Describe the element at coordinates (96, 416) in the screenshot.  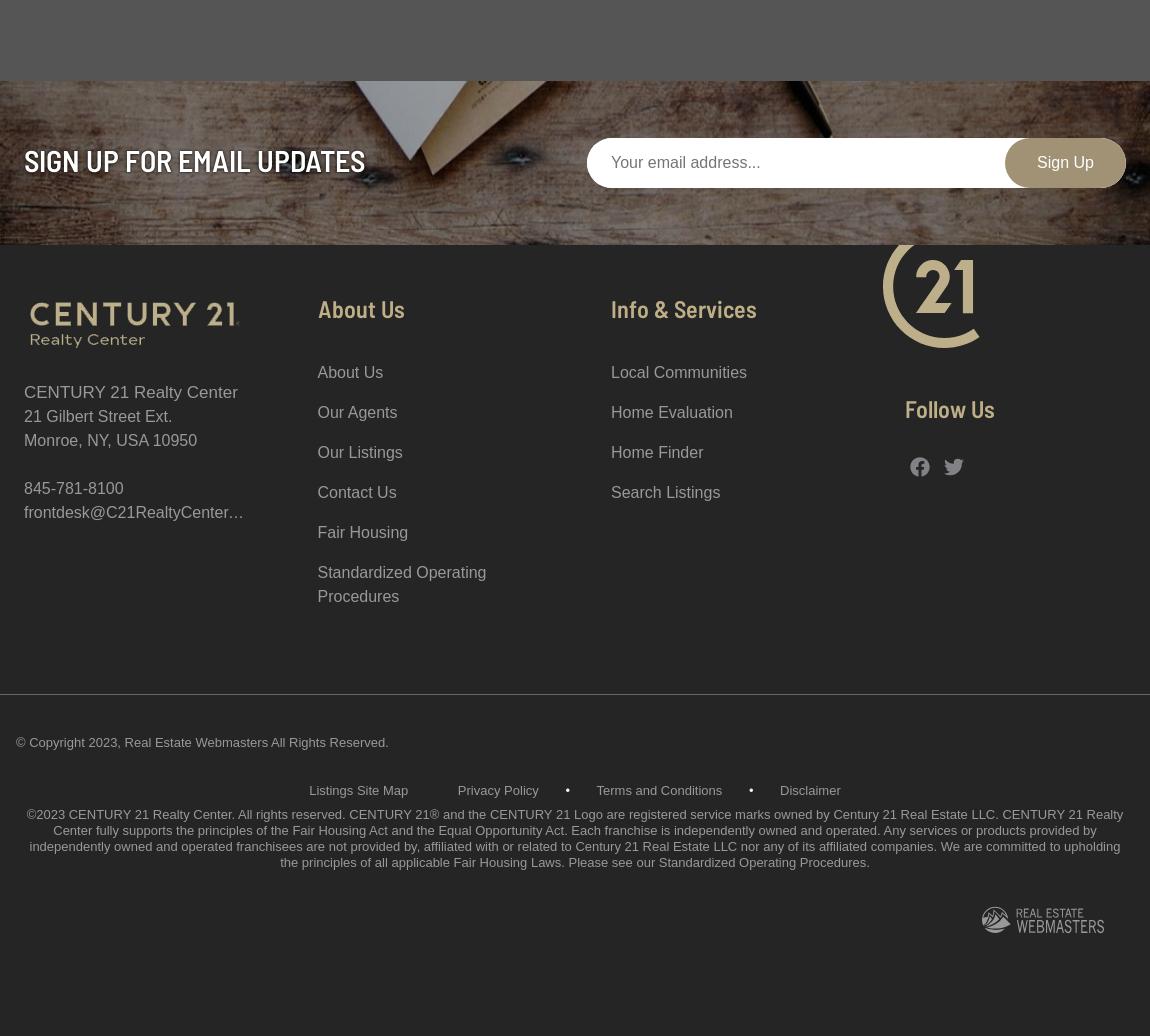
I see `'21 Gilbert Street Ext.'` at that location.